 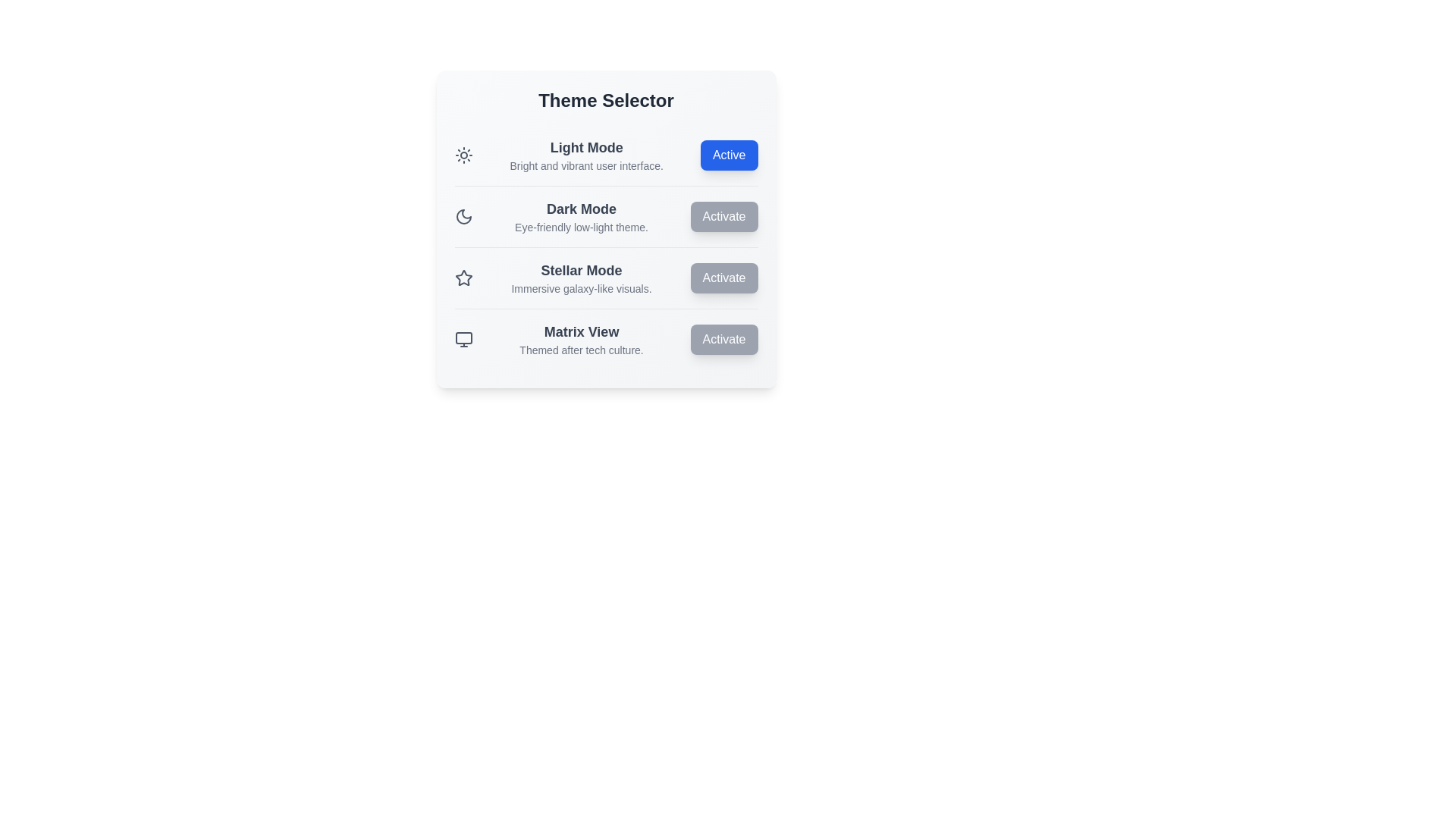 What do you see at coordinates (463, 155) in the screenshot?
I see `the icon for the selected theme Light Mode` at bounding box center [463, 155].